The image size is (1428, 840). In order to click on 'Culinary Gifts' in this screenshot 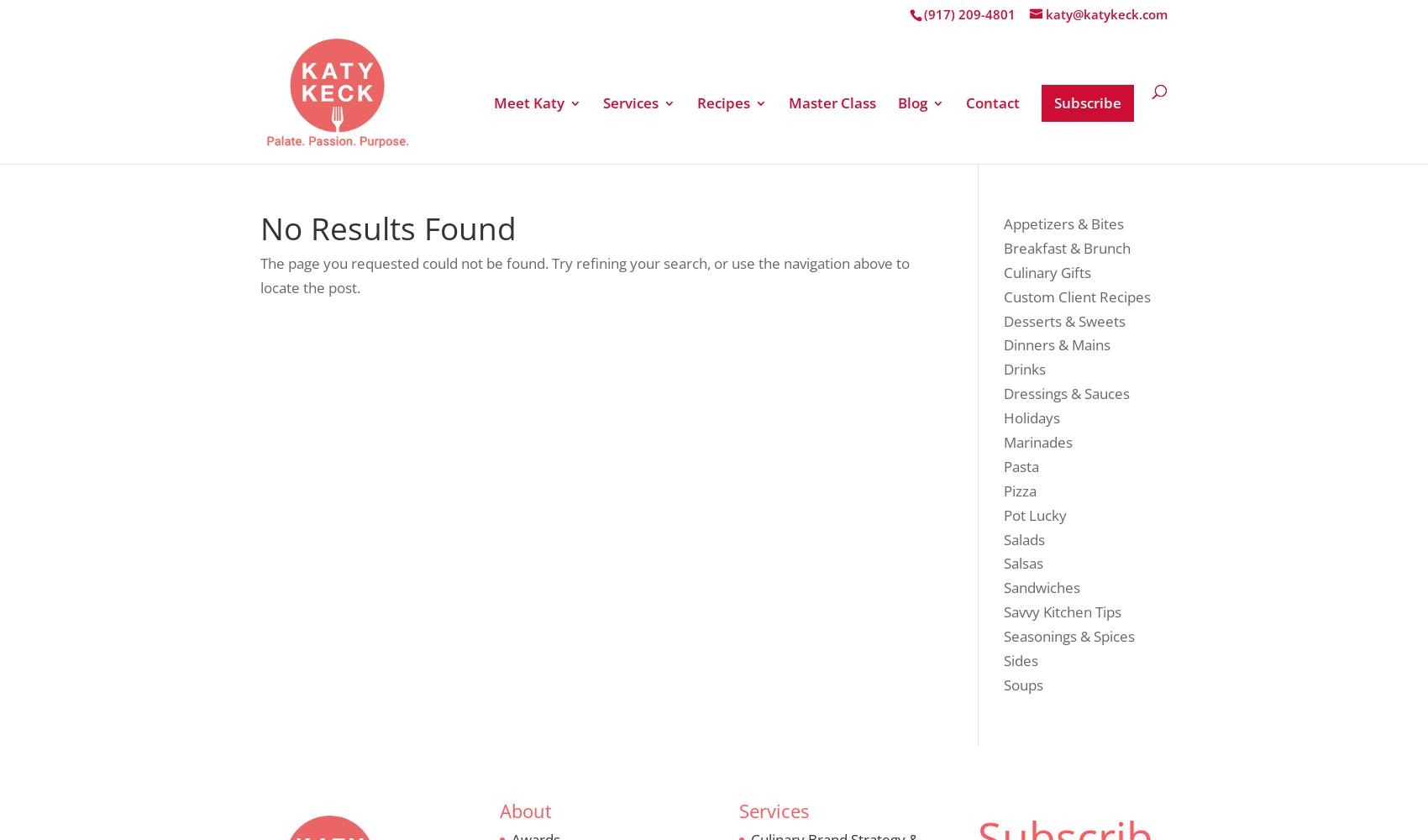, I will do `click(777, 265)`.